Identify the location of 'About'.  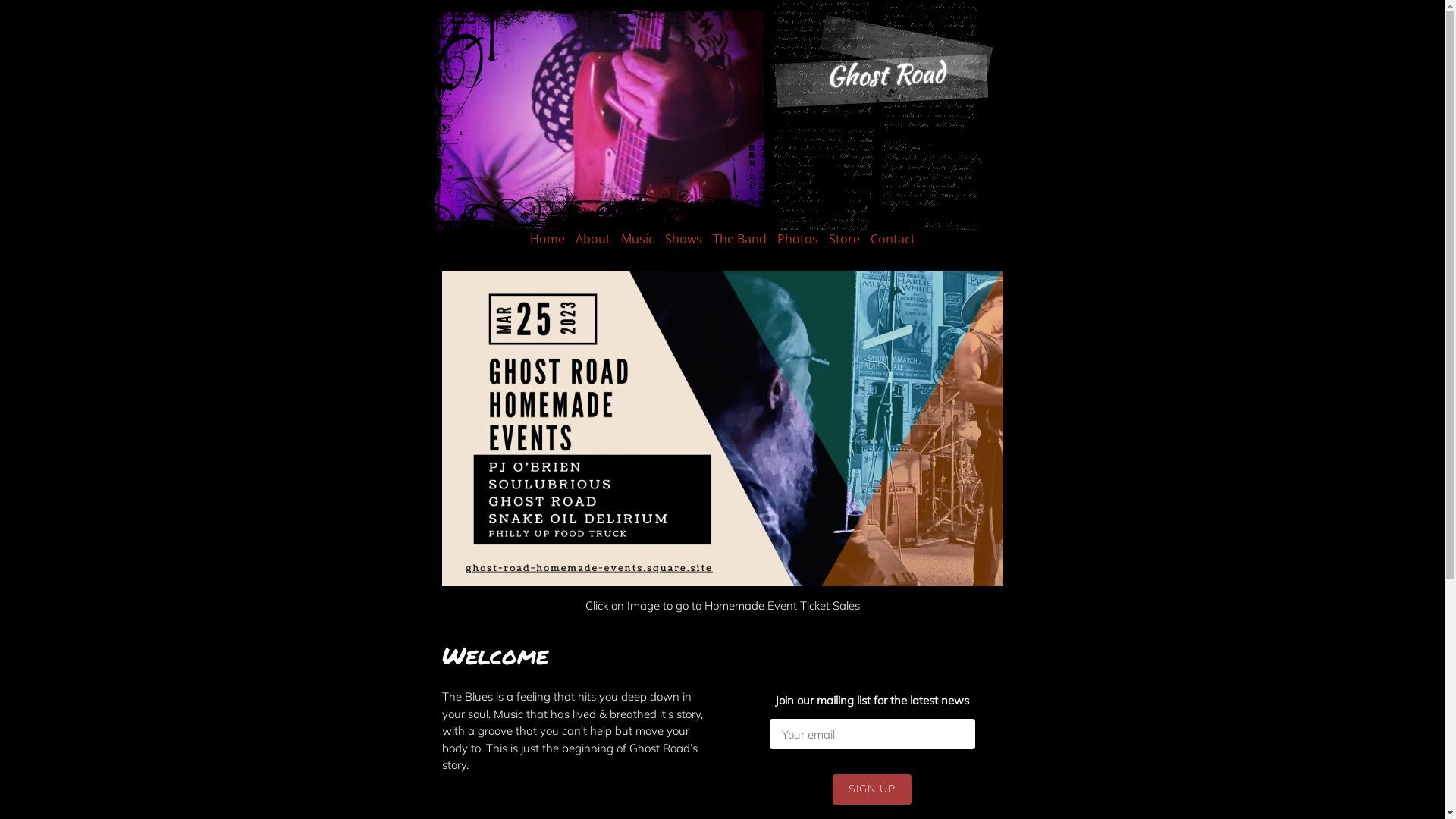
(591, 239).